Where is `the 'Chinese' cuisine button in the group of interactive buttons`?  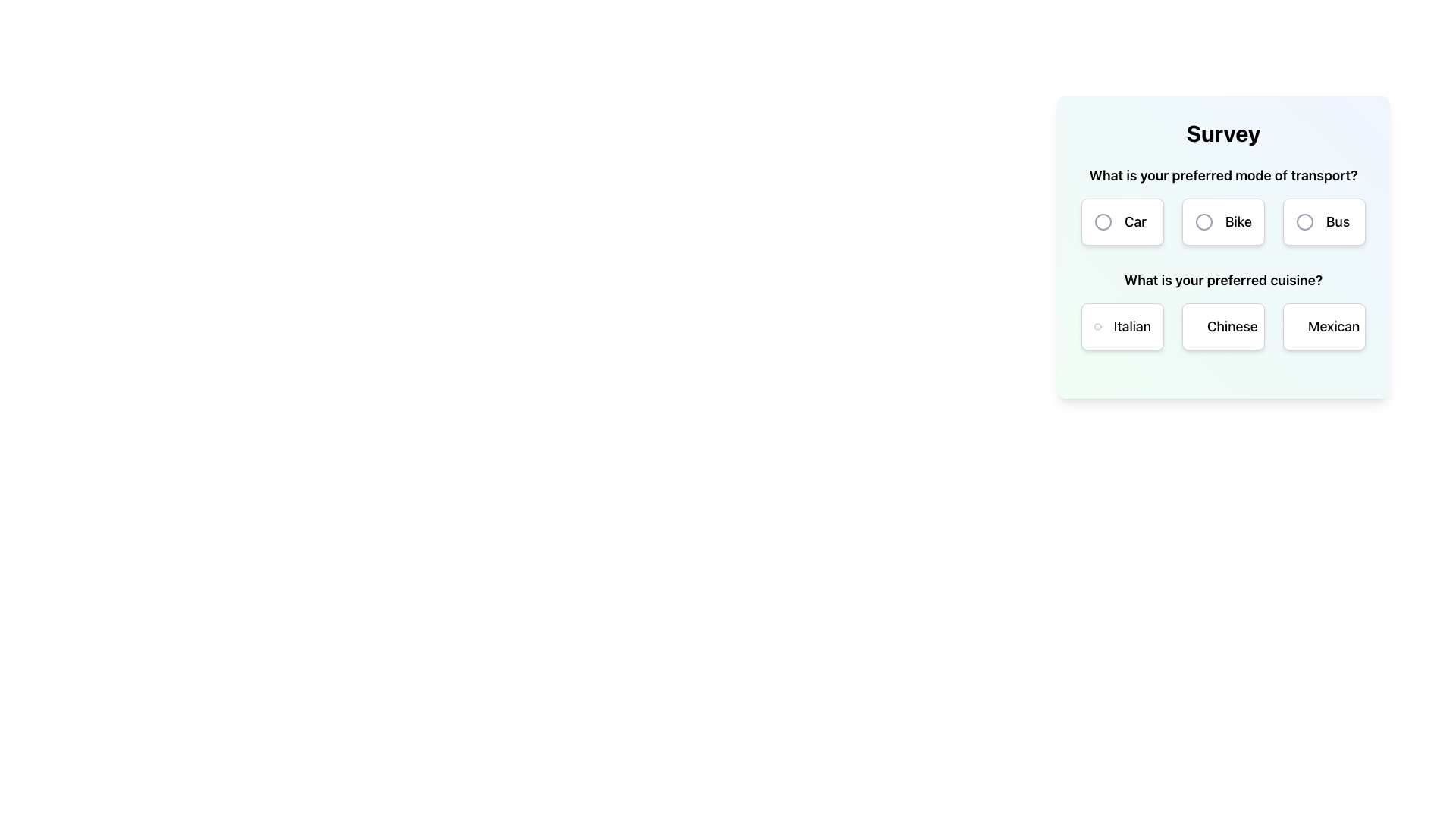 the 'Chinese' cuisine button in the group of interactive buttons is located at coordinates (1223, 326).